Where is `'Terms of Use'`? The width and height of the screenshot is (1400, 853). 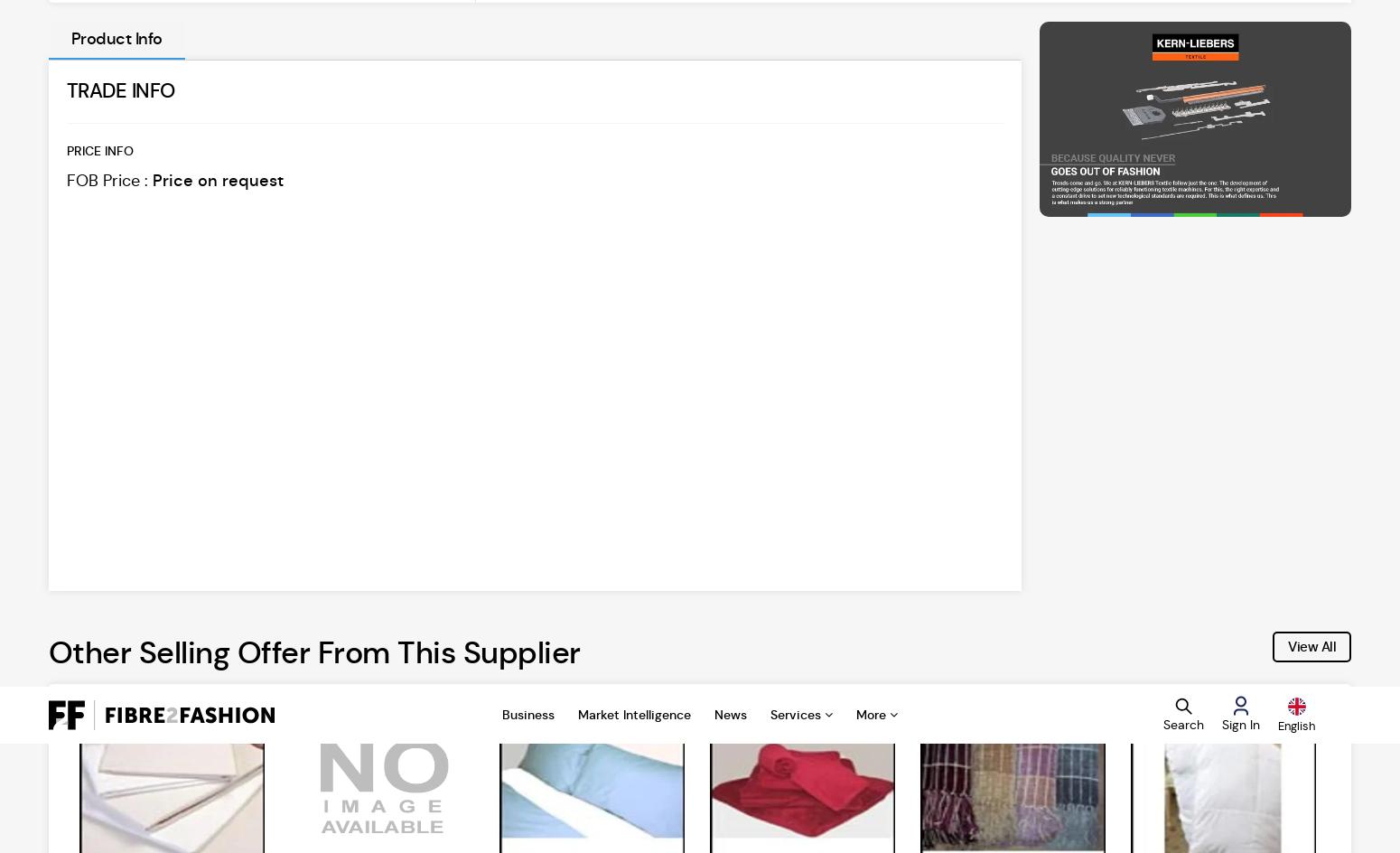 'Terms of Use' is located at coordinates (899, 368).